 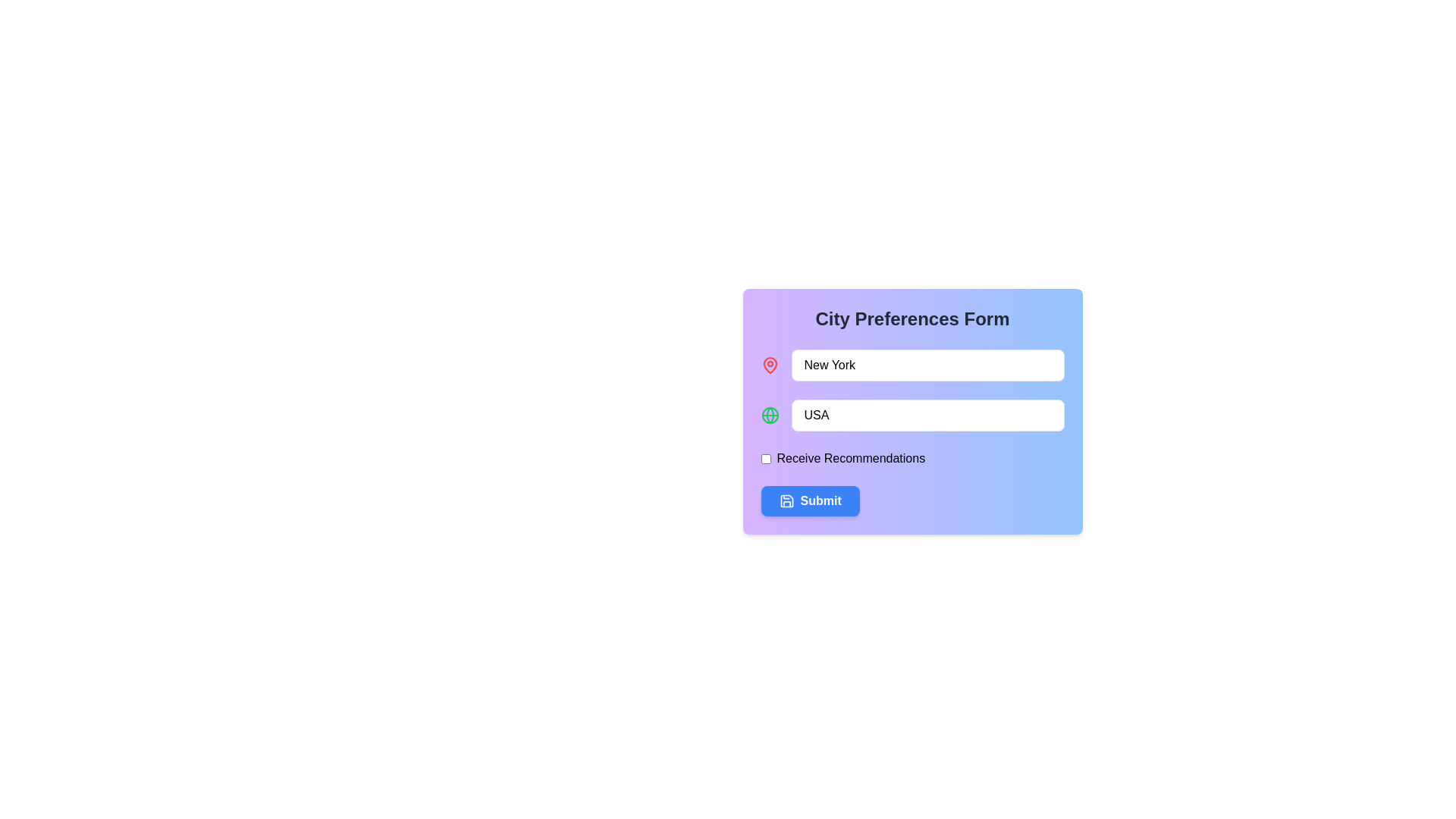 I want to click on the globe-like icon with a green outline, which is positioned to the left of the text input field labeled 'USA', so click(x=770, y=415).